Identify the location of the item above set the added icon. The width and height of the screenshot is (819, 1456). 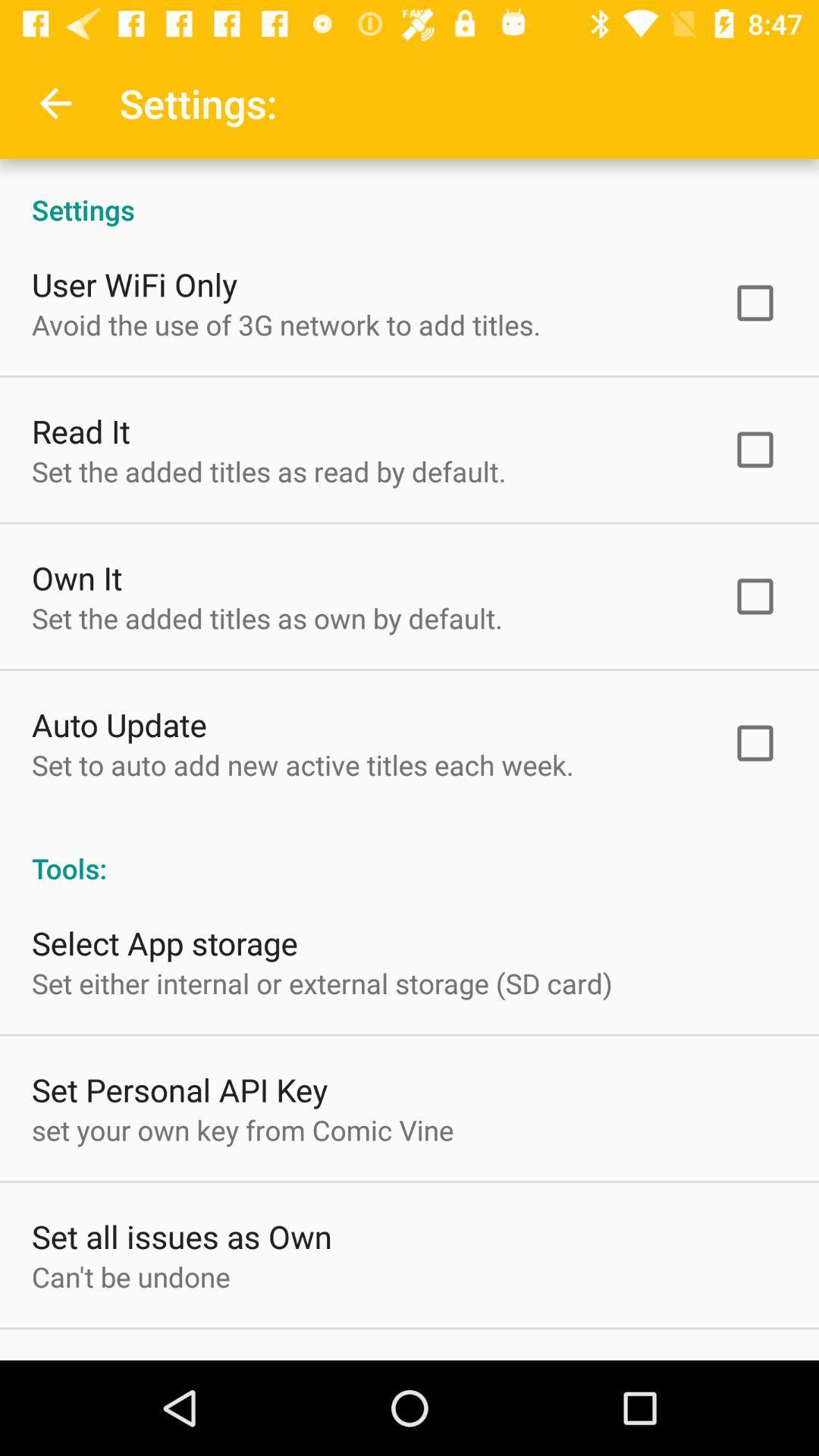
(80, 430).